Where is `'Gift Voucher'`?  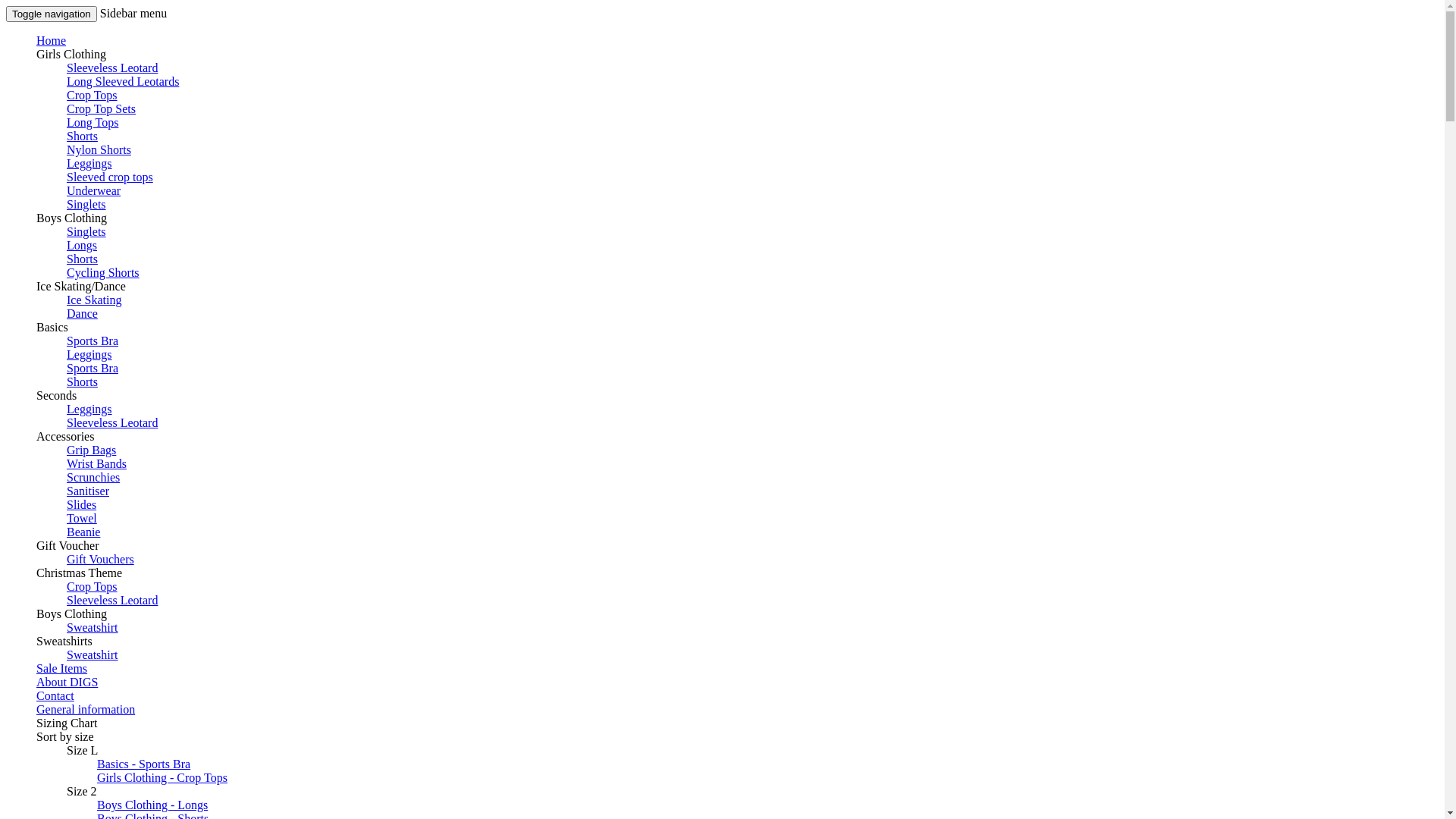
'Gift Voucher' is located at coordinates (67, 544).